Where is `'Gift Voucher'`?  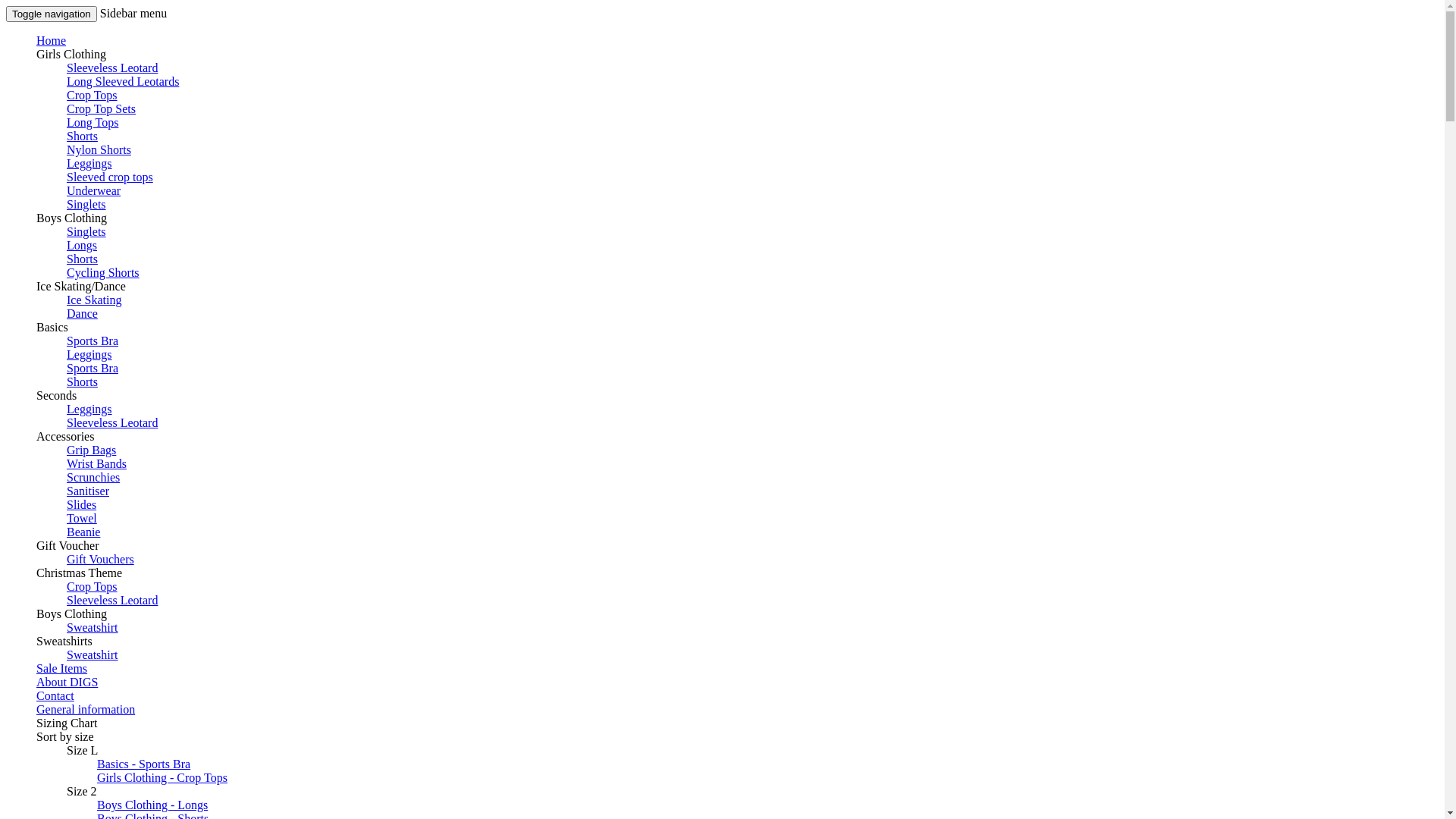
'Gift Voucher' is located at coordinates (67, 544).